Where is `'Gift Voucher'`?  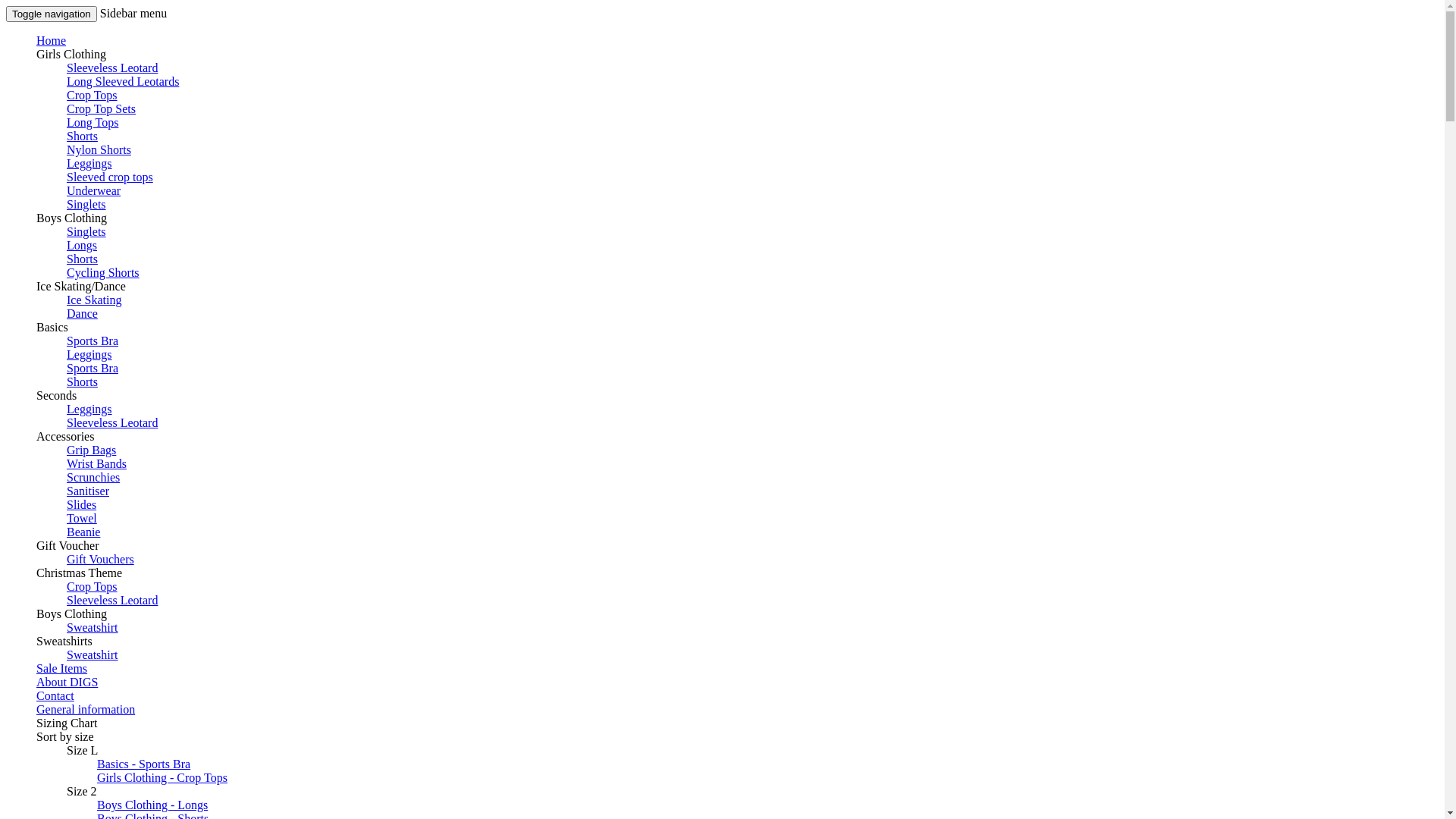
'Gift Voucher' is located at coordinates (67, 544).